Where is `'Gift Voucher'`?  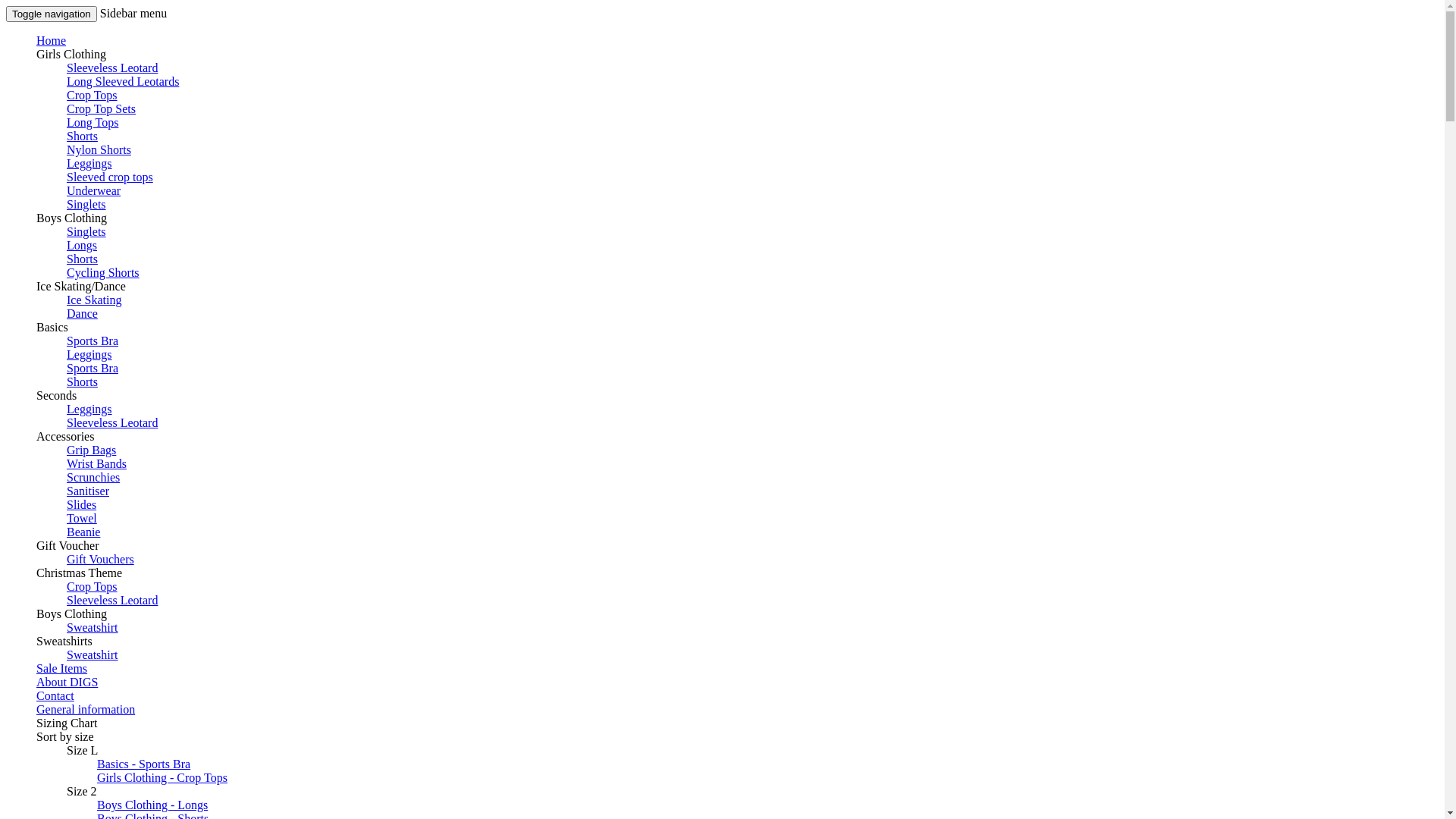
'Gift Voucher' is located at coordinates (67, 544).